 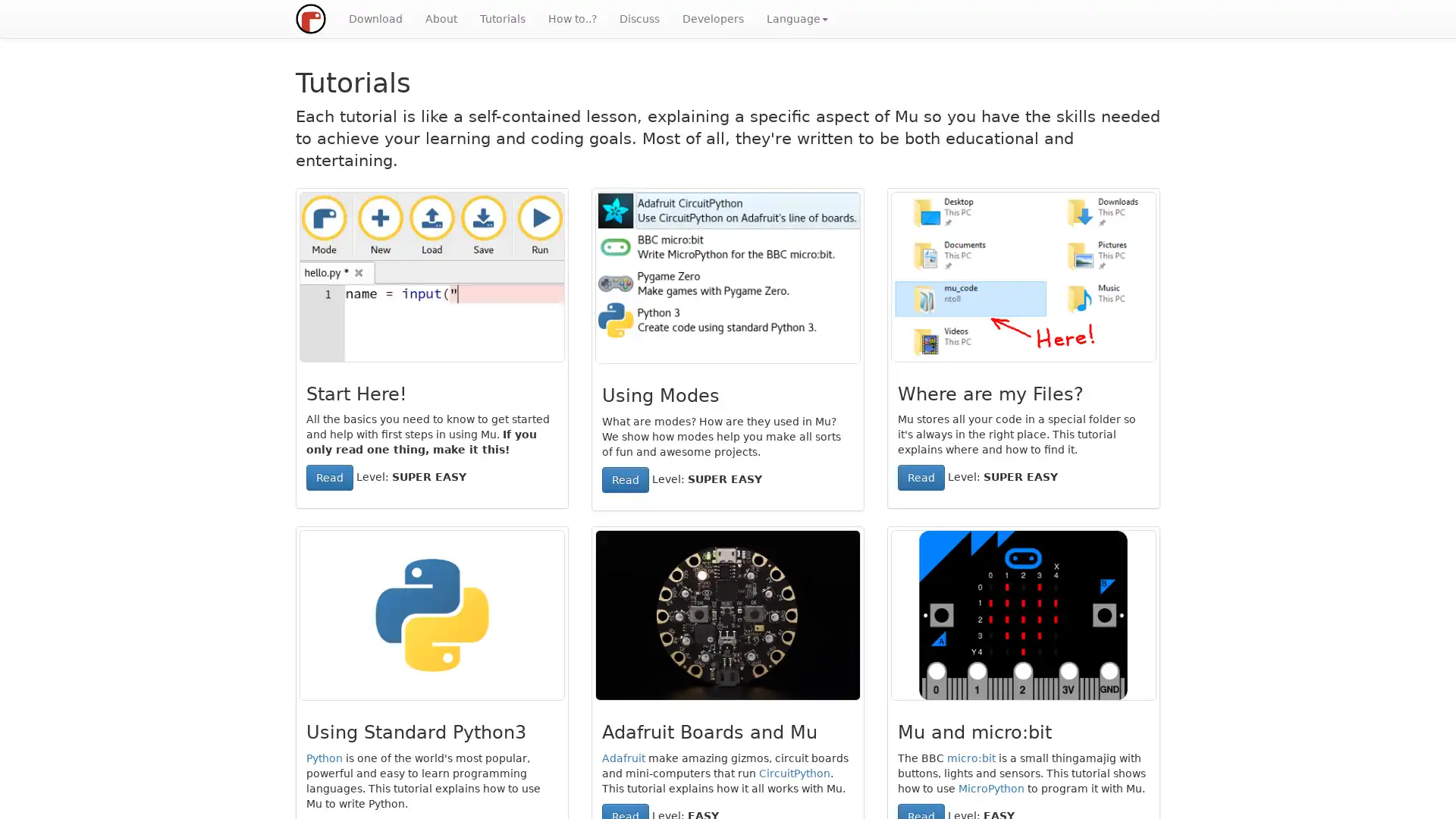 What do you see at coordinates (920, 476) in the screenshot?
I see `Read` at bounding box center [920, 476].